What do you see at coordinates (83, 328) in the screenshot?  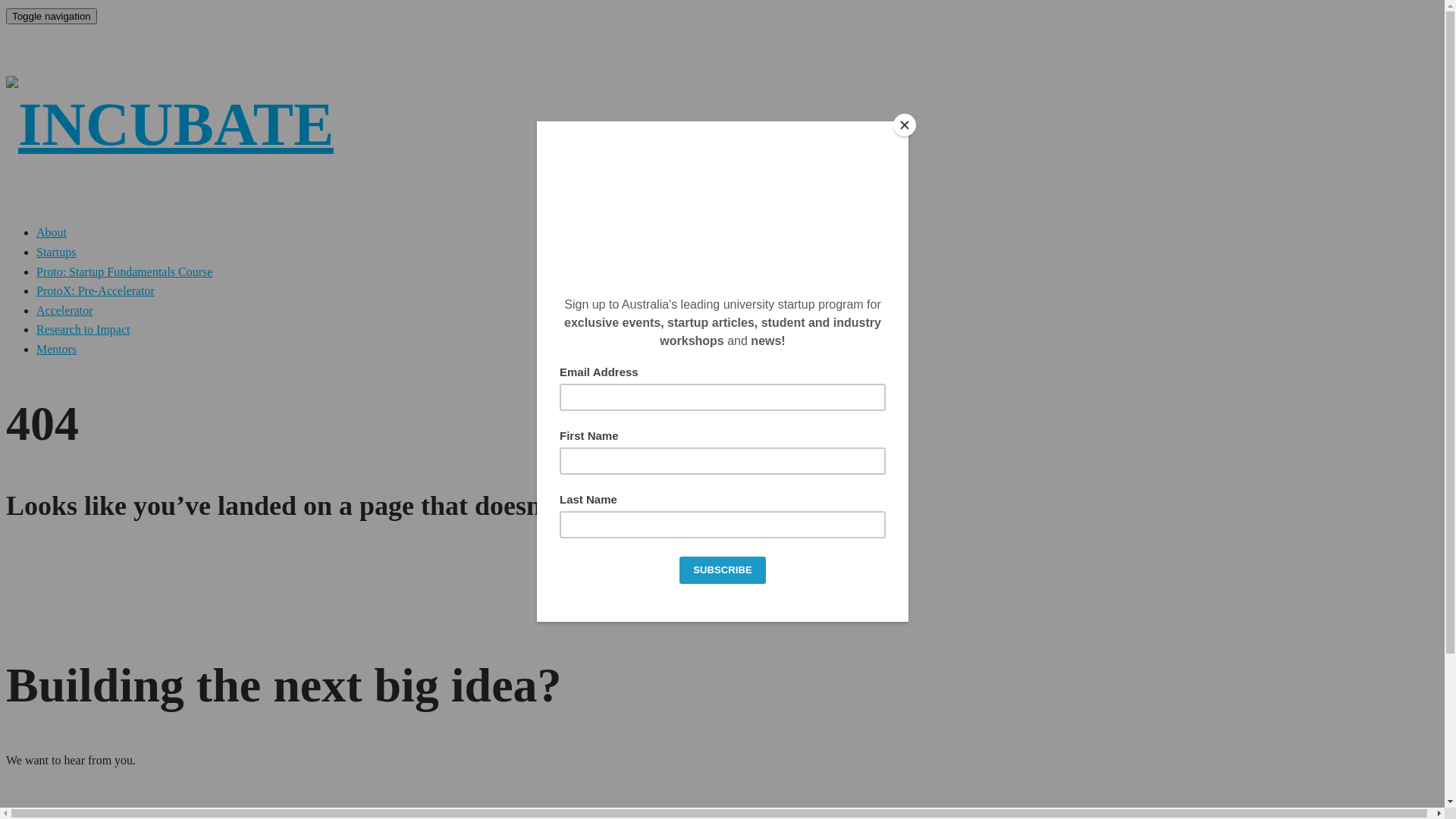 I see `'Research to Impact'` at bounding box center [83, 328].